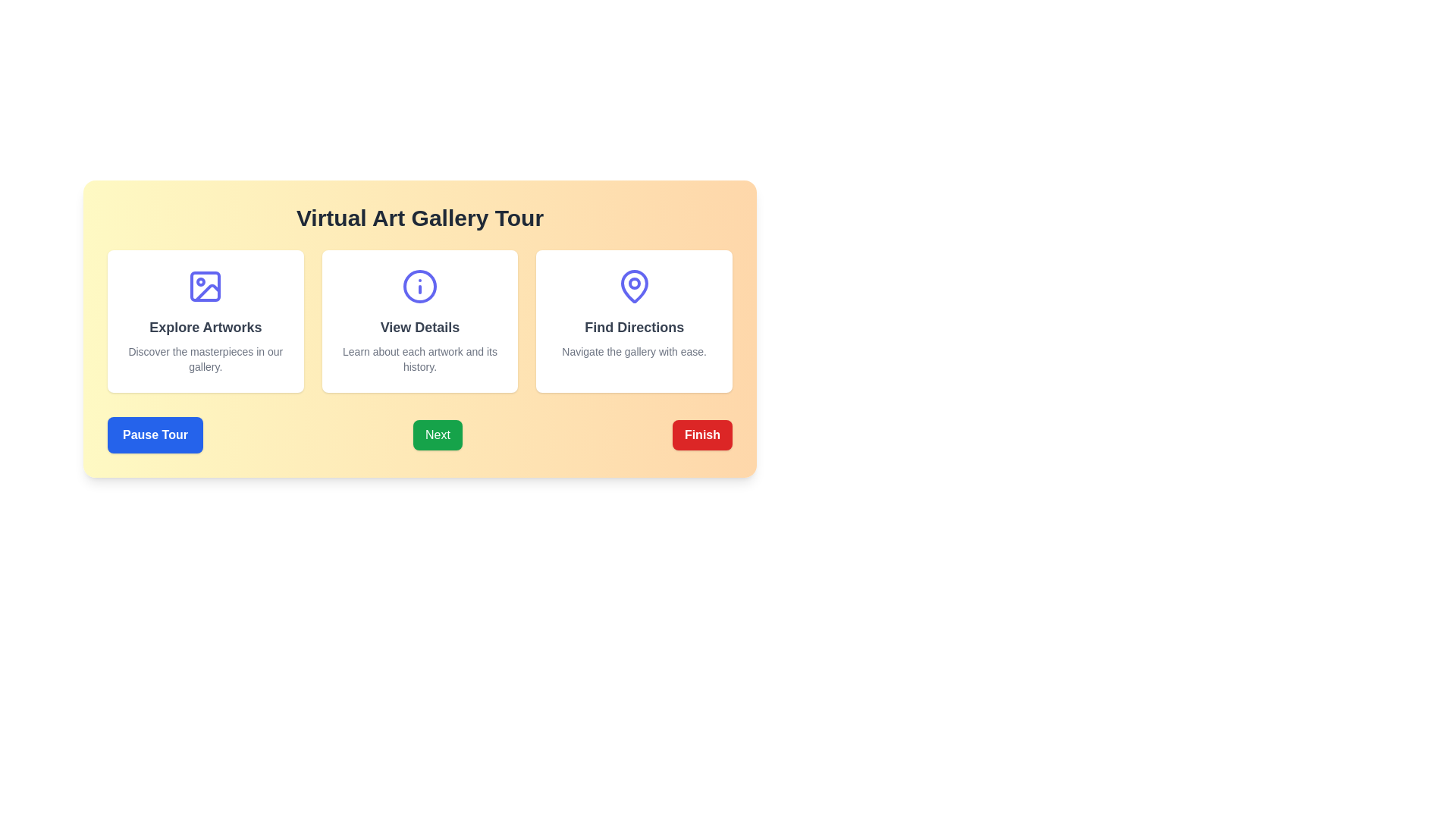 This screenshot has width=1456, height=819. I want to click on static text displaying the phrase 'Navigate the gallery with ease.' which is styled with gray color and is located below the title 'Find Directions' in the rightmost panel, so click(634, 351).